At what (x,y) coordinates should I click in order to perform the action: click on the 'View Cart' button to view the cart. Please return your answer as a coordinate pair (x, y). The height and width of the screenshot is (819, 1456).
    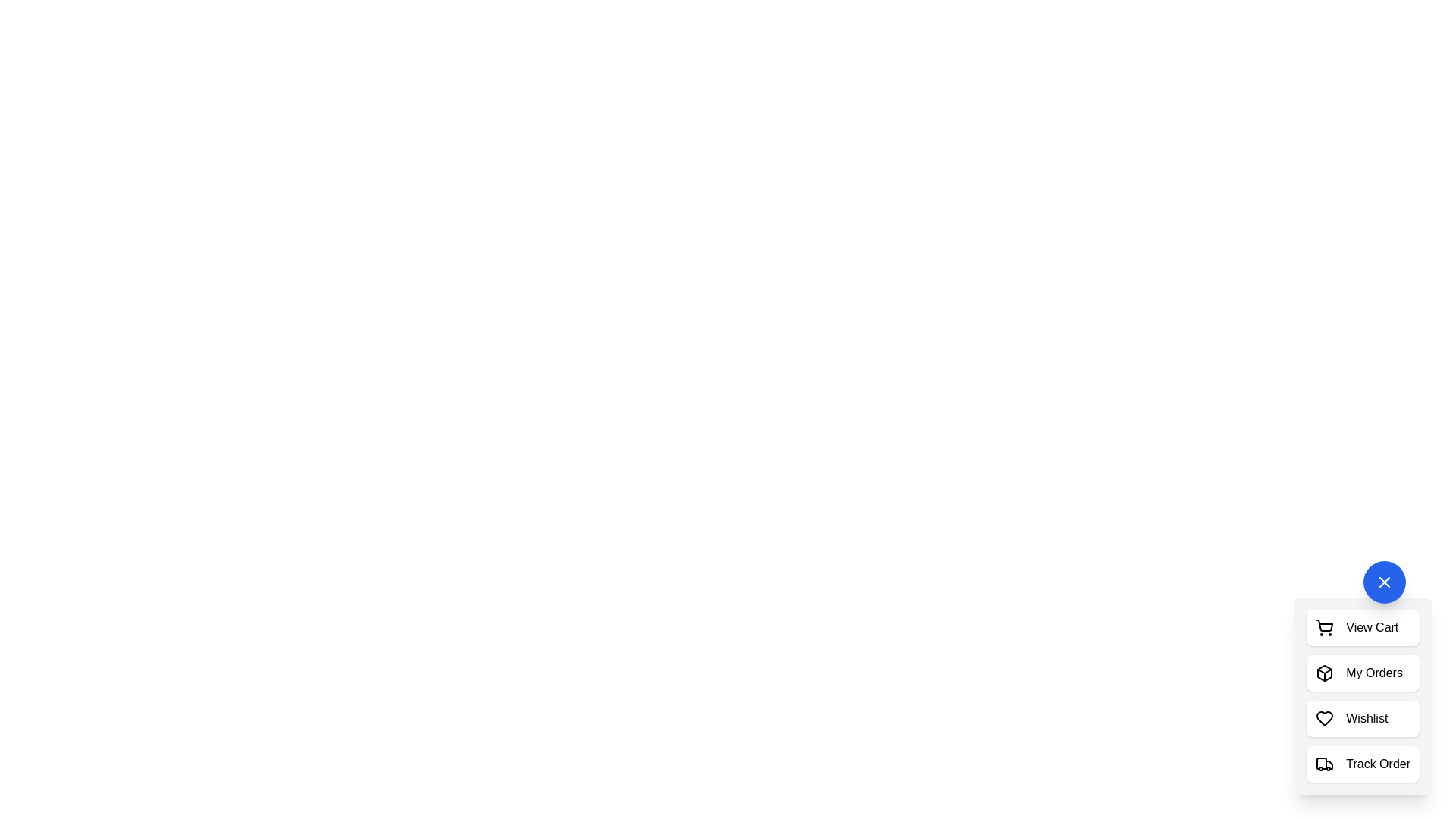
    Looking at the image, I should click on (1363, 628).